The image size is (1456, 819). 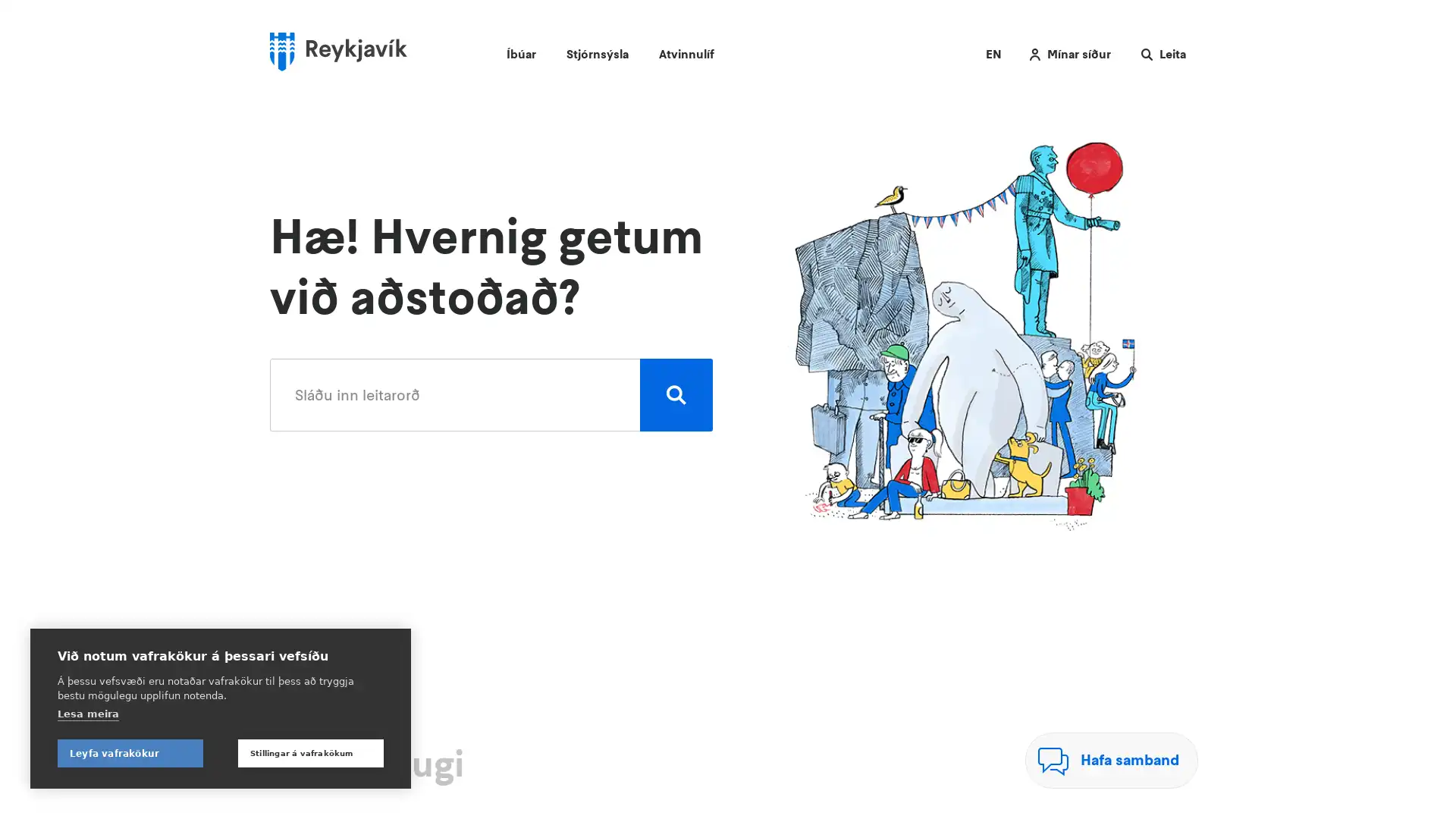 I want to click on Ibuar, so click(x=521, y=51).